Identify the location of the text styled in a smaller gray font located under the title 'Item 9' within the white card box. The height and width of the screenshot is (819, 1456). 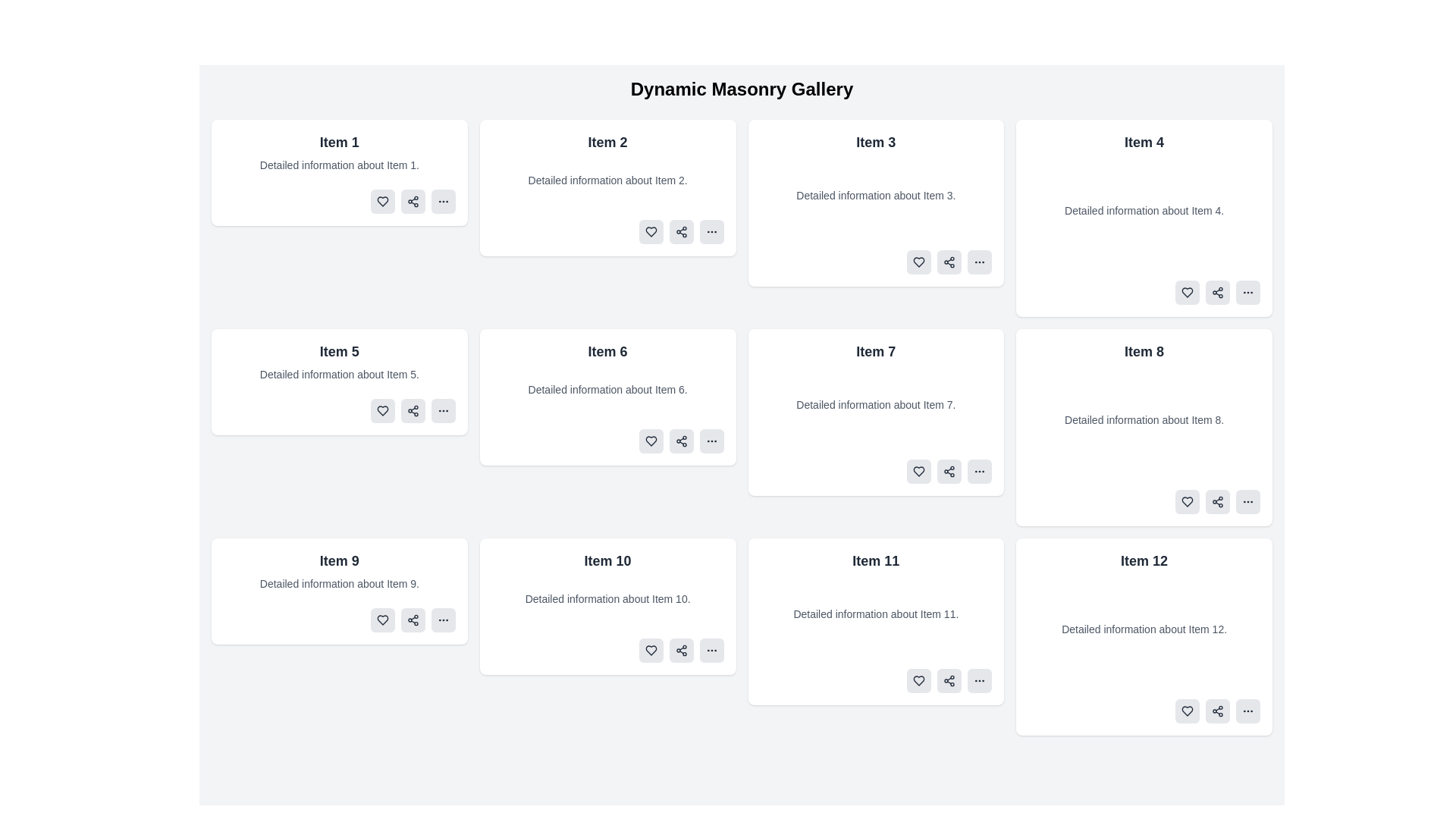
(338, 583).